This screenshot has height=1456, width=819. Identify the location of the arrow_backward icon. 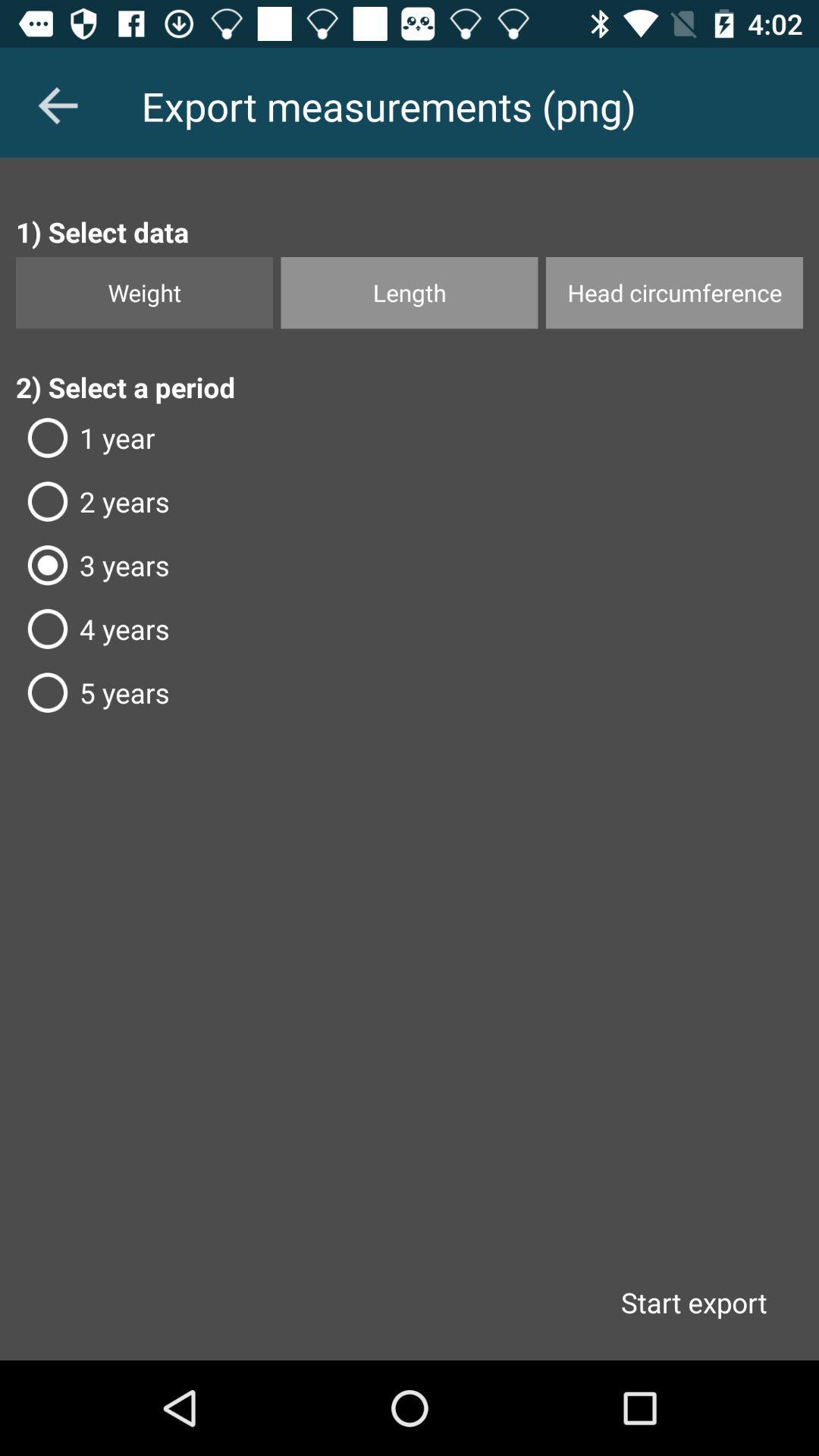
(57, 105).